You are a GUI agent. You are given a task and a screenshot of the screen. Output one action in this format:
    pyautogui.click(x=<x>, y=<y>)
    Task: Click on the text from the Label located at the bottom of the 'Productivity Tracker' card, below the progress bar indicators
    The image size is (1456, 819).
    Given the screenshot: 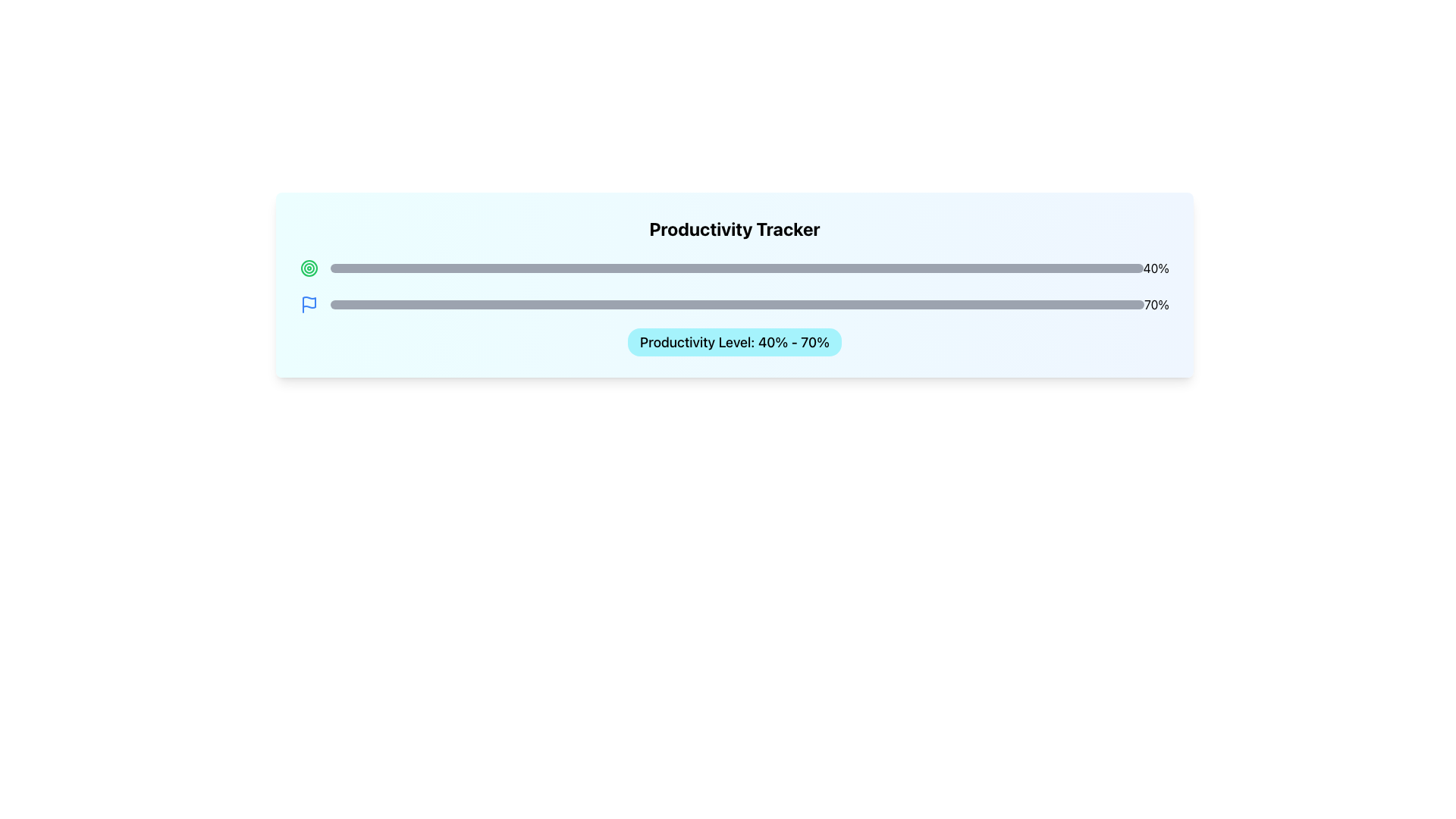 What is the action you would take?
    pyautogui.click(x=735, y=342)
    